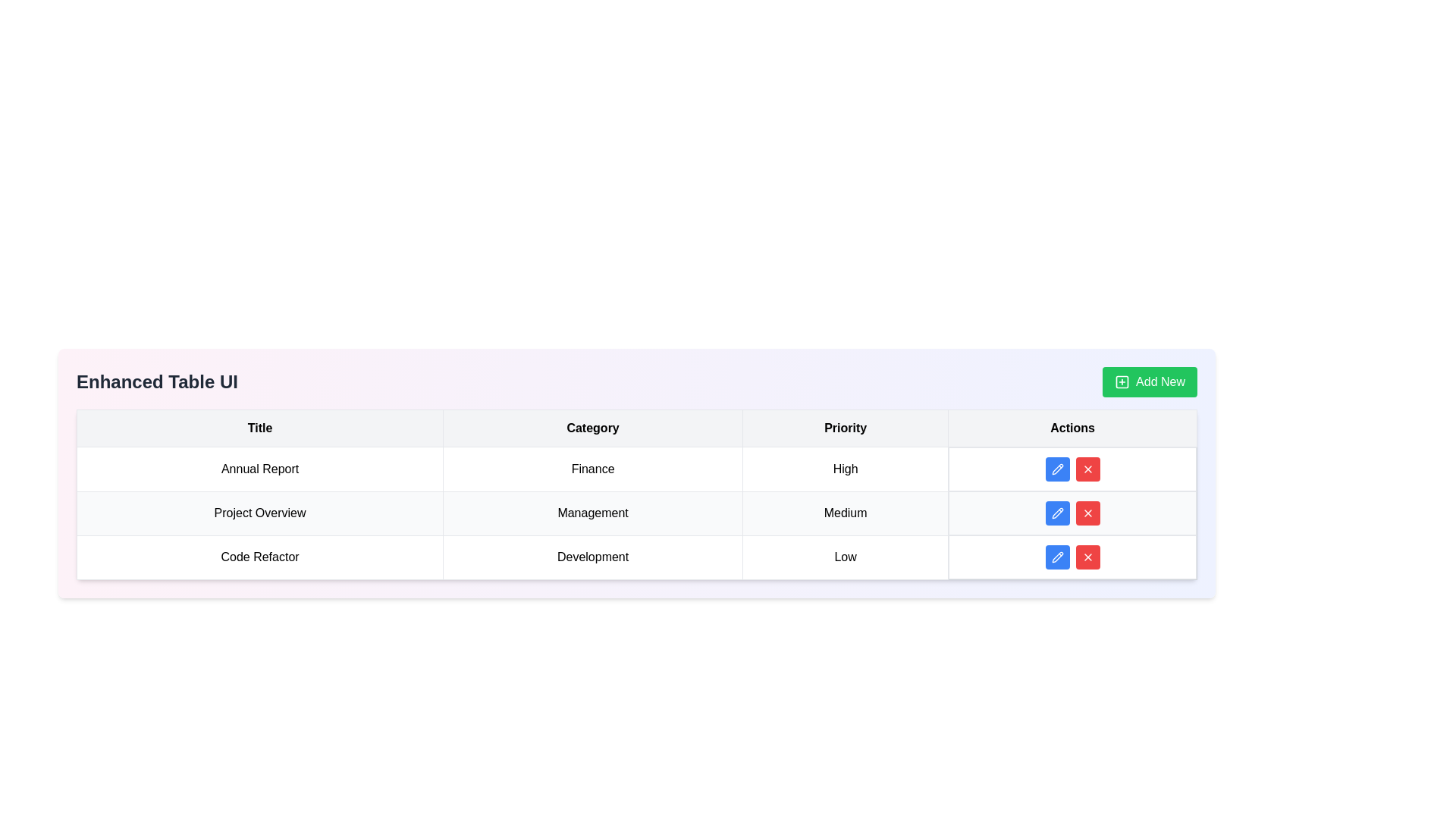 Image resolution: width=1456 pixels, height=819 pixels. I want to click on the delete button in the 'Actions' column of the table row corresponding to the 'Annual Report', so click(1087, 513).